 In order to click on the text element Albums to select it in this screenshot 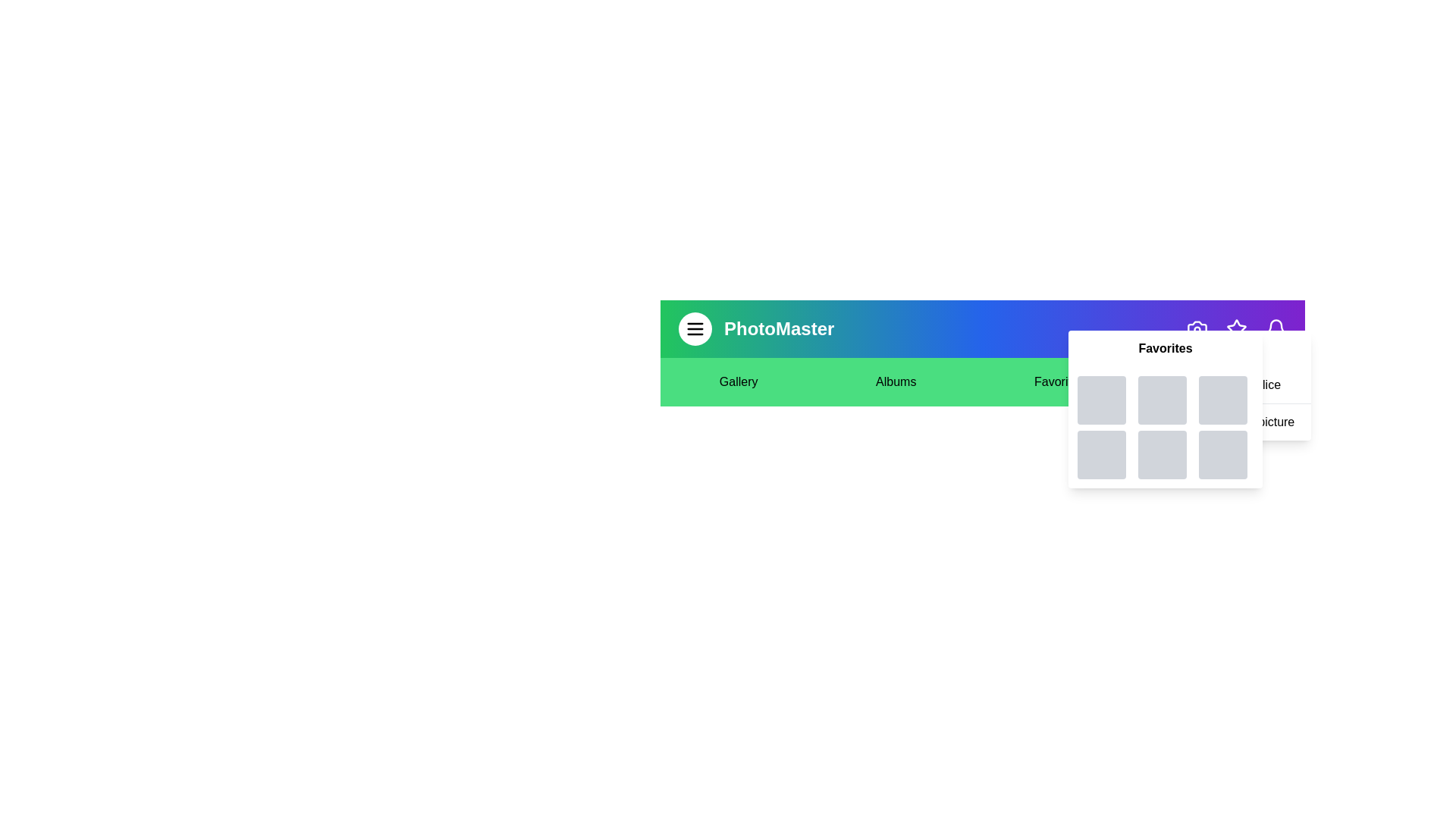, I will do `click(896, 381)`.